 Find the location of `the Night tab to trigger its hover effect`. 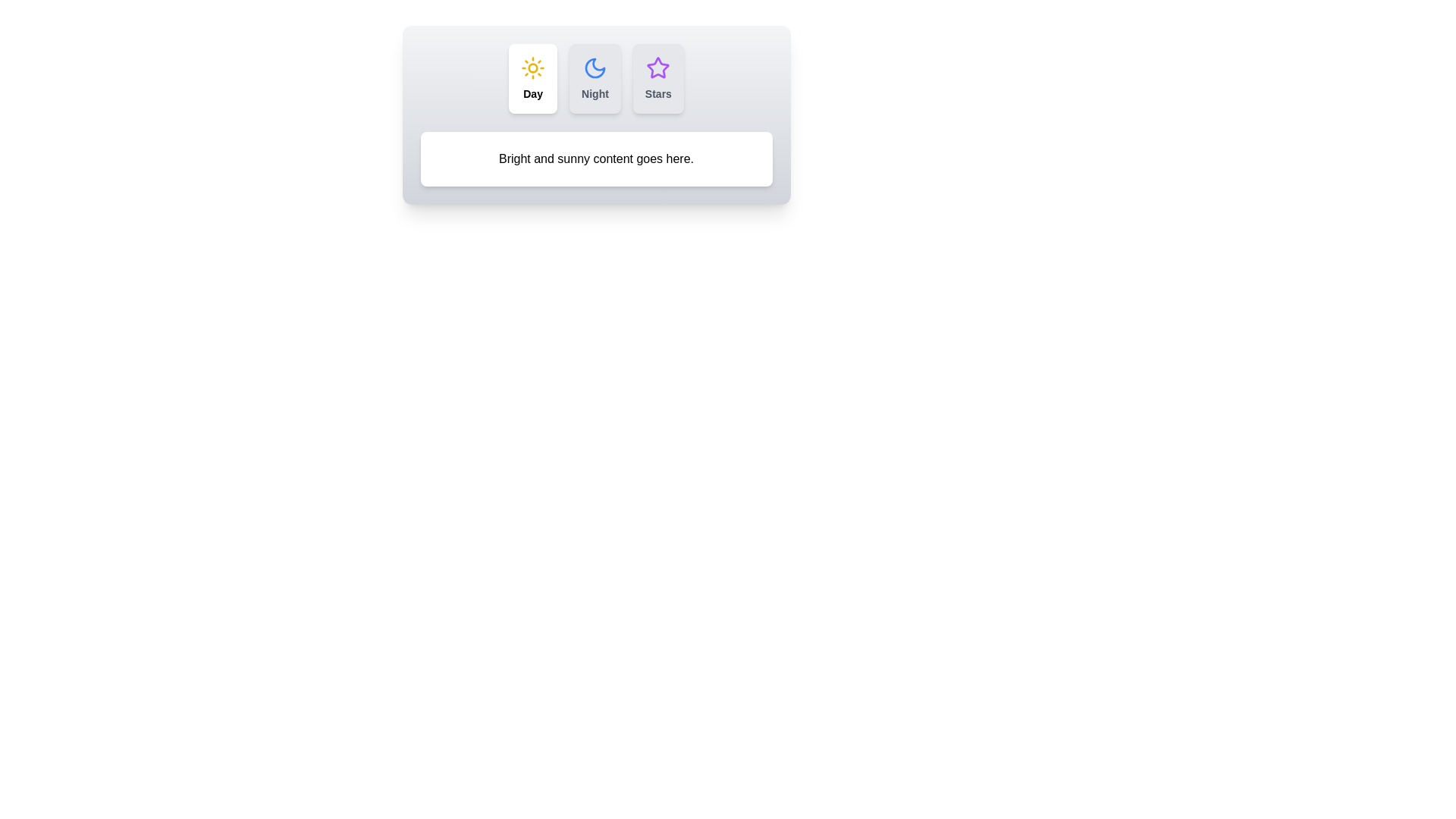

the Night tab to trigger its hover effect is located at coordinates (594, 79).